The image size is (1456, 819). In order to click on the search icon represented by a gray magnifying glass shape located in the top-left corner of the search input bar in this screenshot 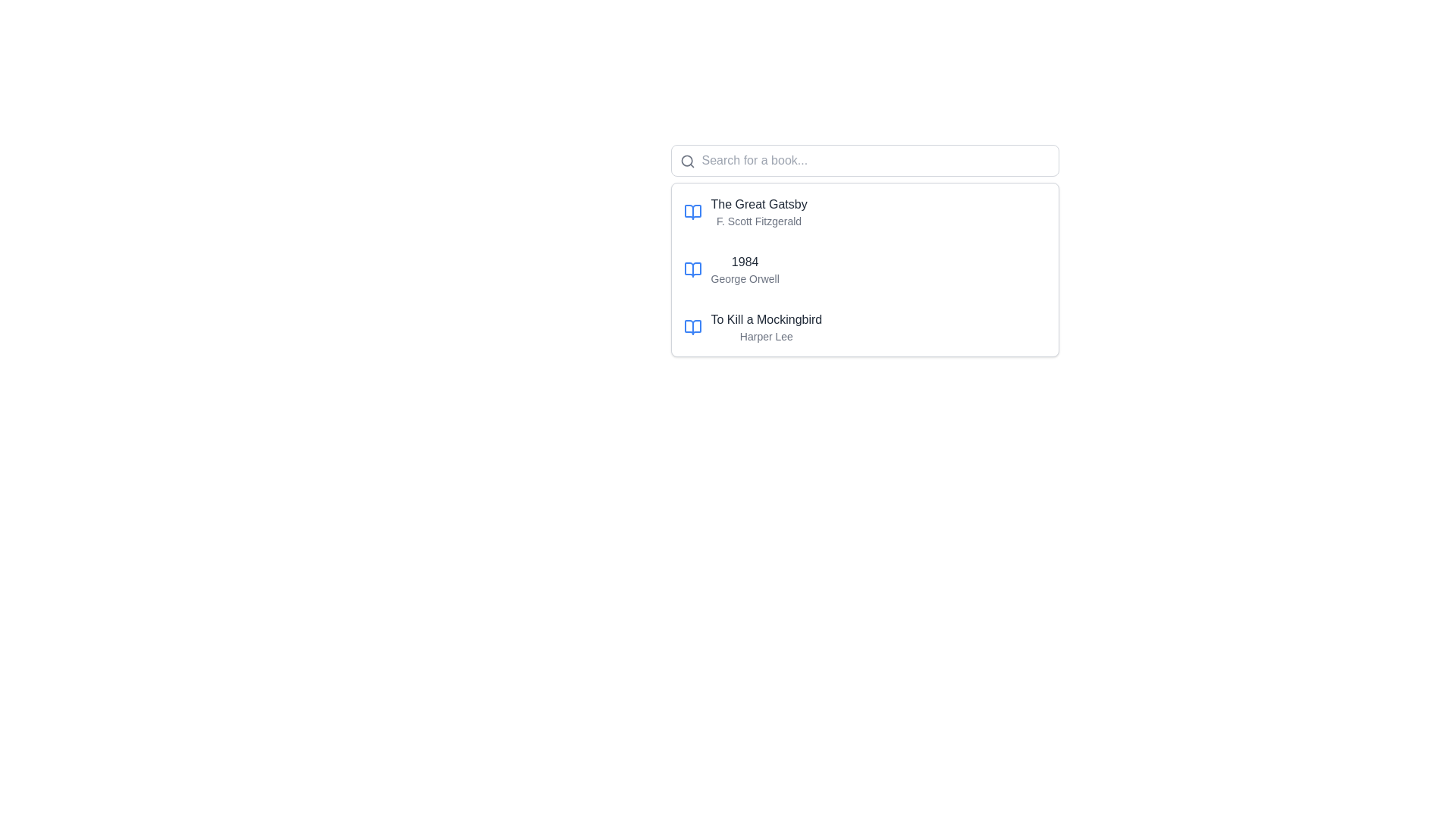, I will do `click(686, 161)`.